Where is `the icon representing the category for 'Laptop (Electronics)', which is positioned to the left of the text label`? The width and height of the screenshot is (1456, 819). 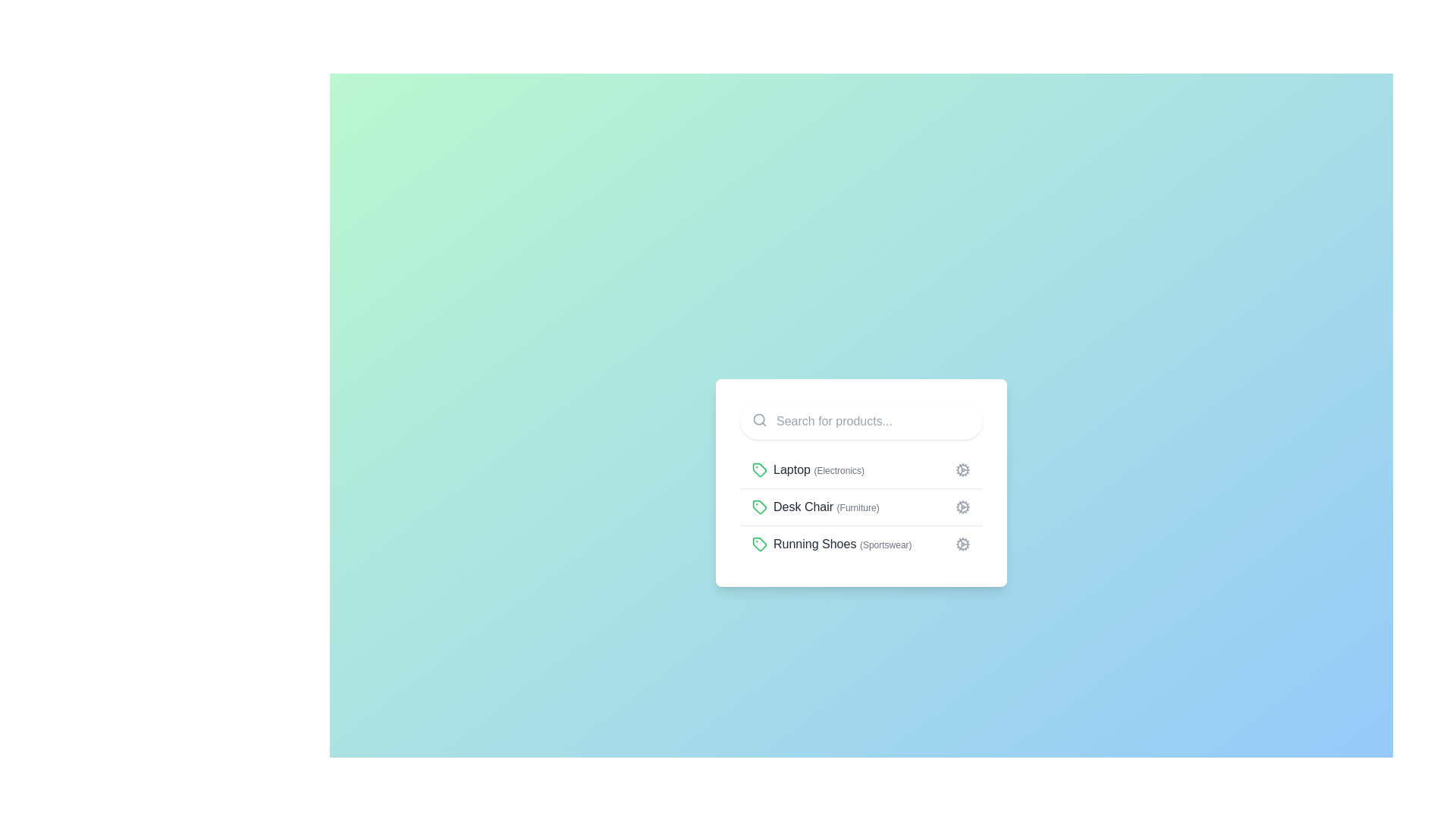 the icon representing the category for 'Laptop (Electronics)', which is positioned to the left of the text label is located at coordinates (760, 469).